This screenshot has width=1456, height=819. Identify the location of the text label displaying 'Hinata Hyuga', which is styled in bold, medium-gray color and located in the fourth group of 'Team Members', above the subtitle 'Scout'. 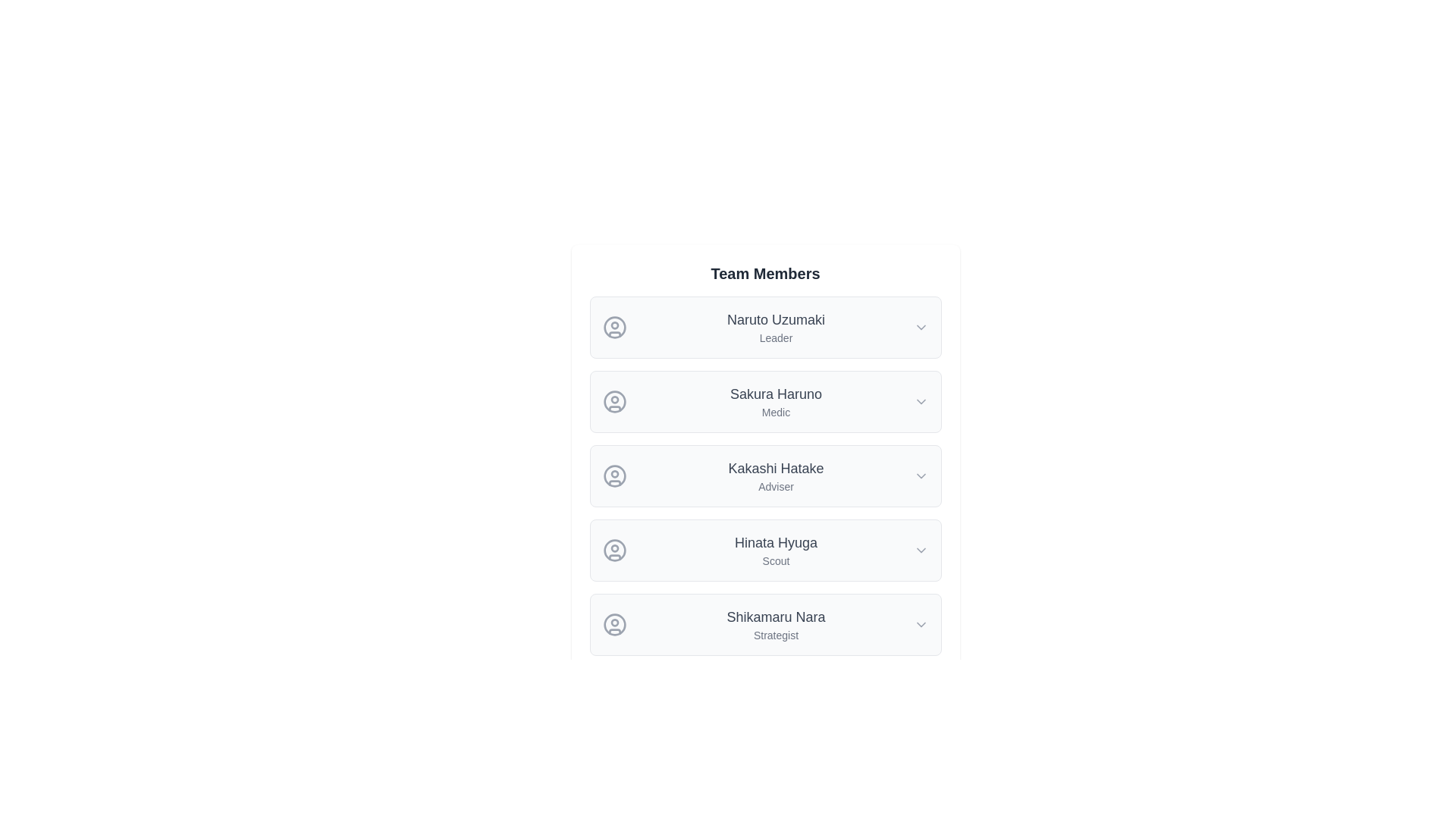
(776, 542).